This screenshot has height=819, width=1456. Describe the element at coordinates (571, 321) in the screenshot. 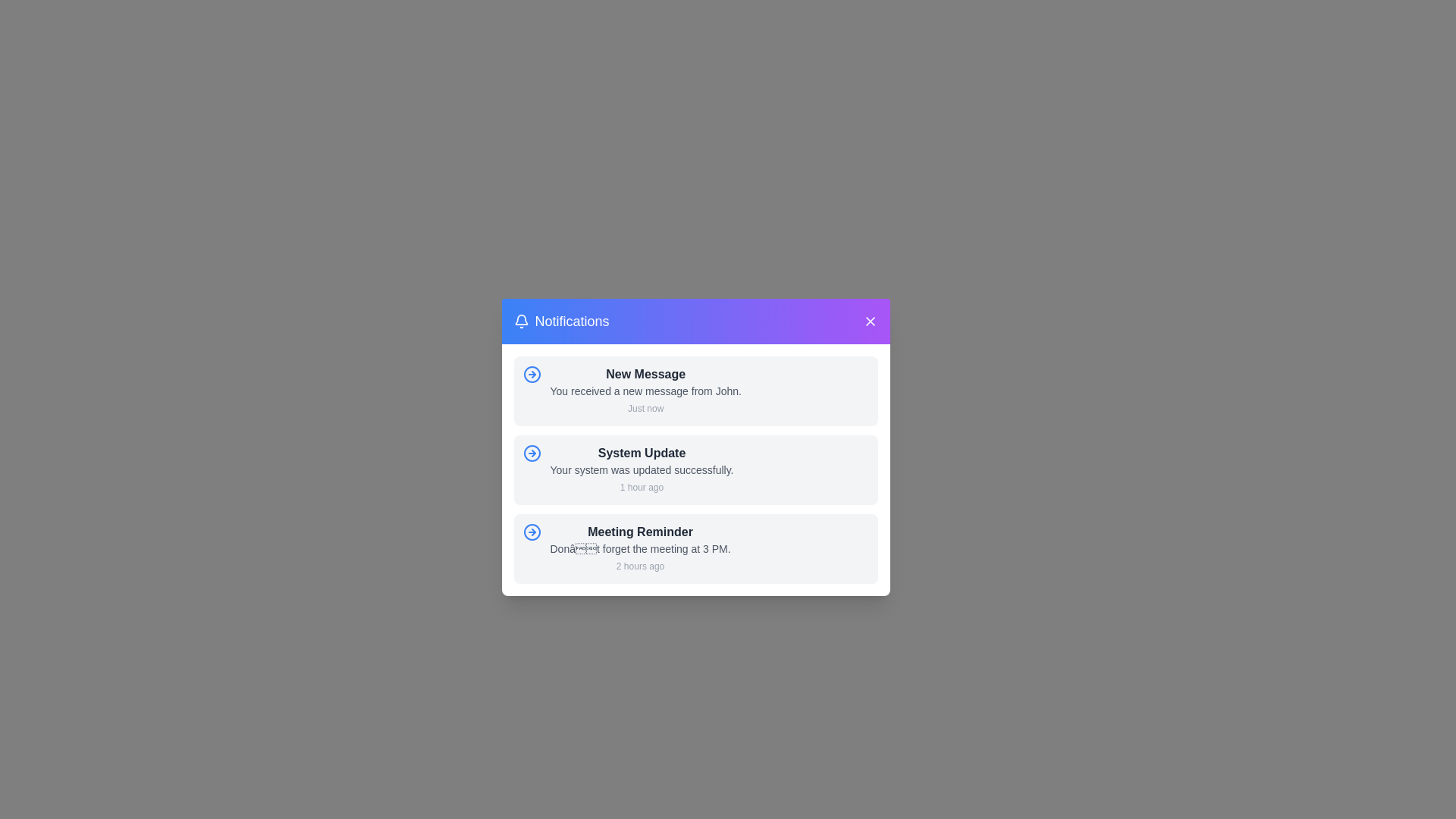

I see `the blue text label that displays 'Notifications', which is located in the gradiented header to the right of the bell icon` at that location.